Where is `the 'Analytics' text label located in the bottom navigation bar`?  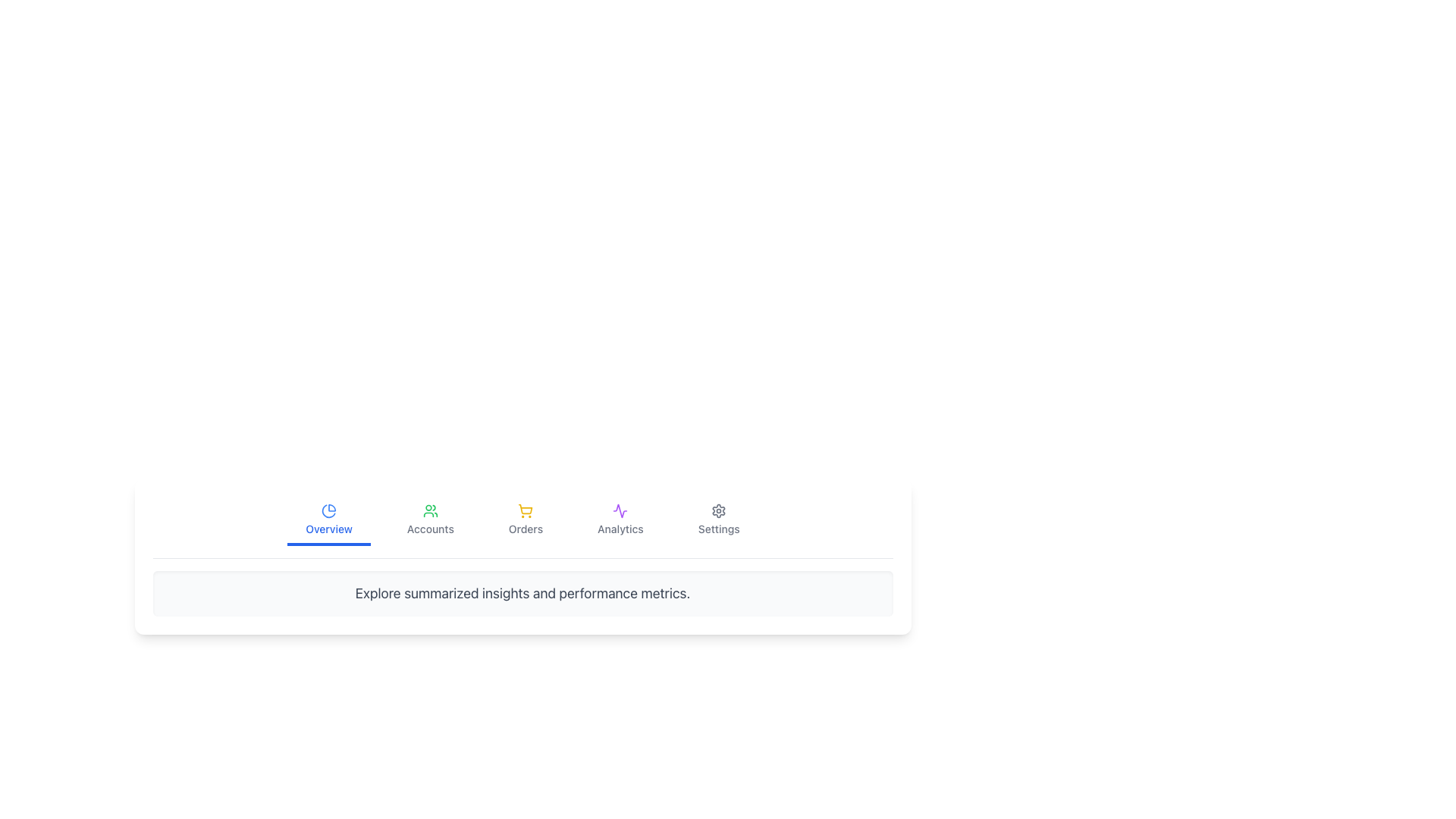
the 'Analytics' text label located in the bottom navigation bar is located at coordinates (620, 529).